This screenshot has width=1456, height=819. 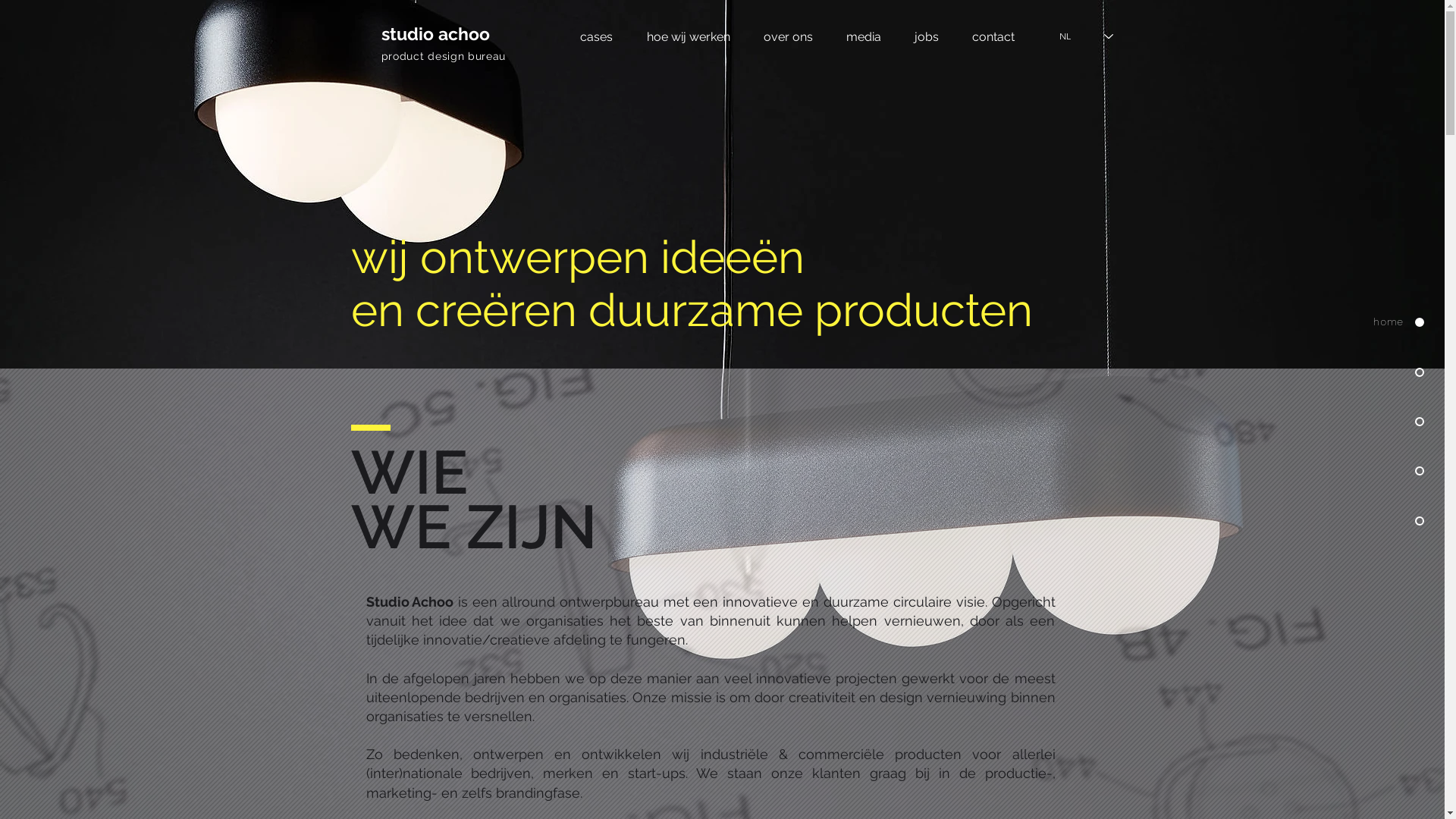 I want to click on 'jobs', so click(x=926, y=36).